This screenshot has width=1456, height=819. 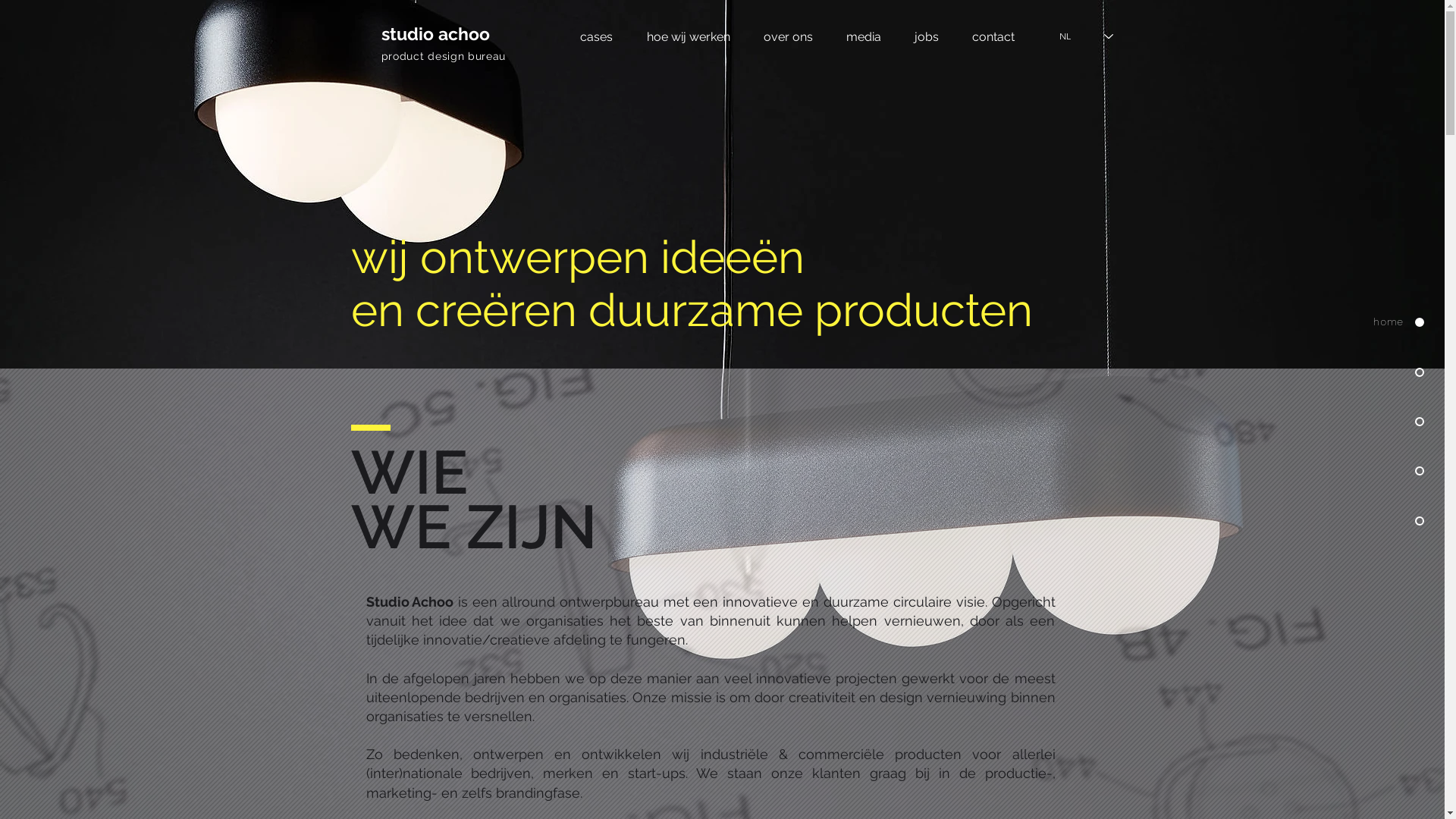 I want to click on 'jobs', so click(x=926, y=36).